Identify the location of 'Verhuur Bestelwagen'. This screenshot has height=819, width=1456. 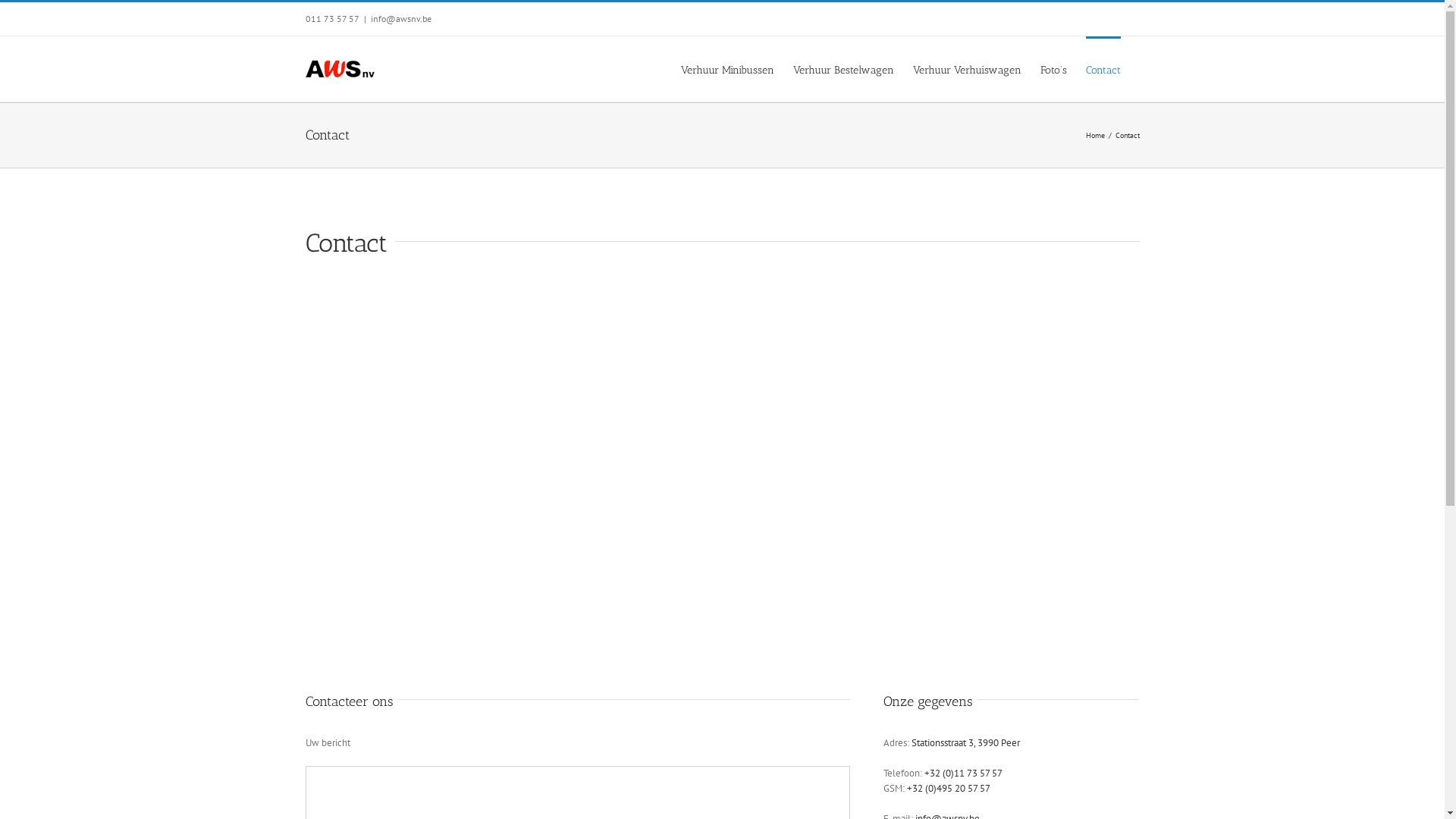
(792, 69).